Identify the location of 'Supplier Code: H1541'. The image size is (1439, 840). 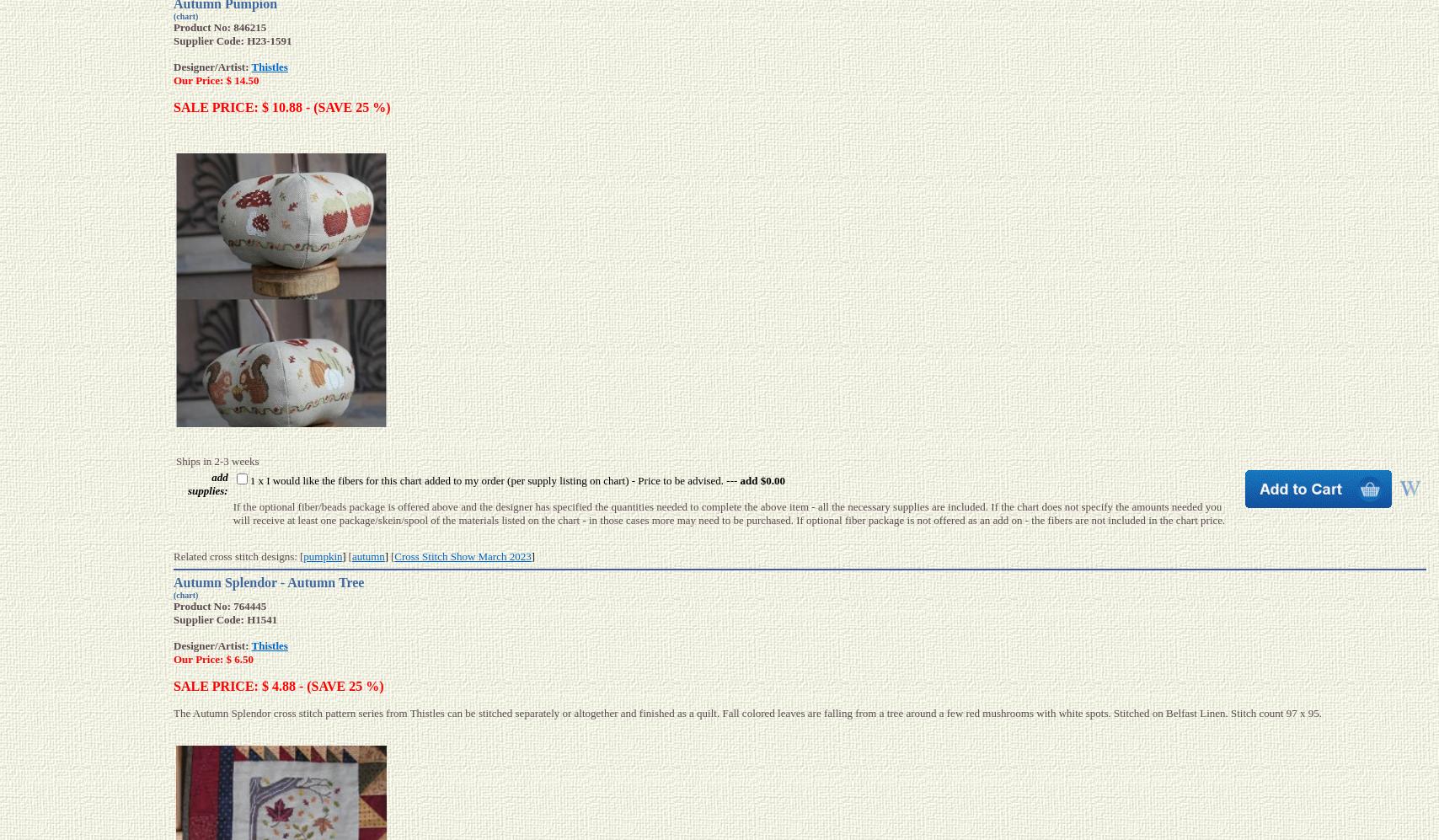
(173, 619).